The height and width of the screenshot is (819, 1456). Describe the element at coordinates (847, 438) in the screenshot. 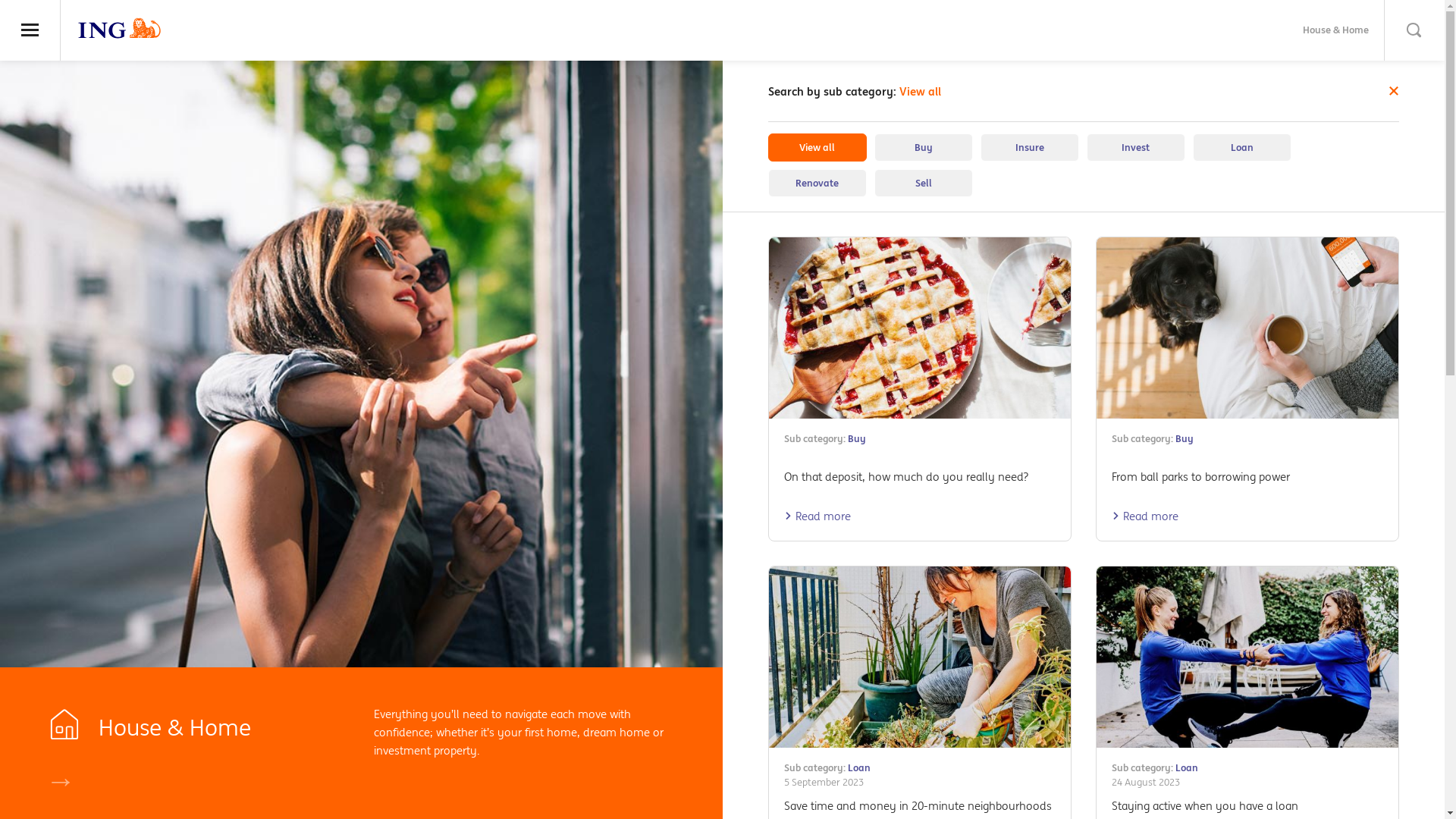

I see `'Buy'` at that location.